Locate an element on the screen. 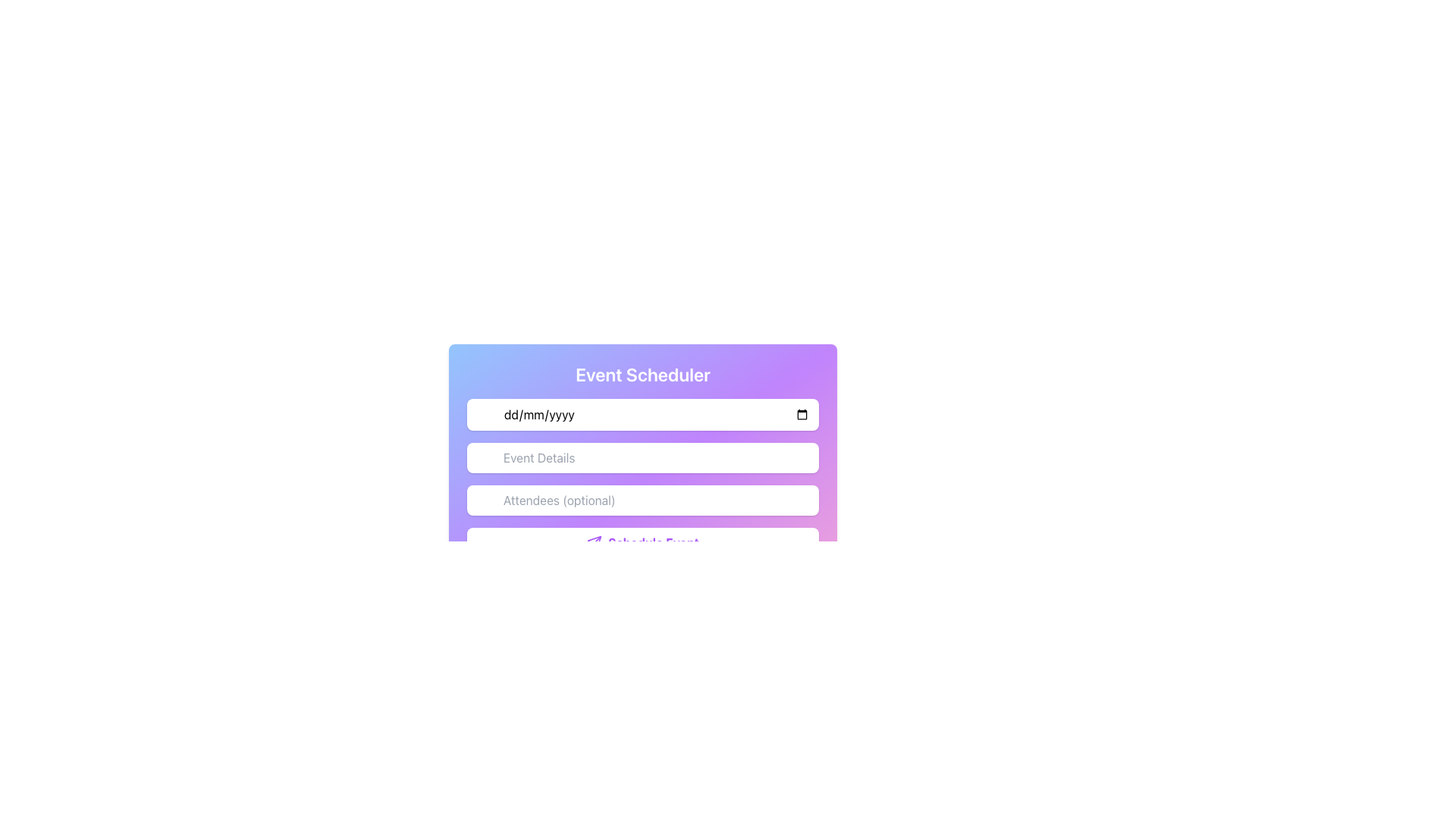 This screenshot has width=1456, height=819. the text input field labeled 'Event Details' by tabbing into it is located at coordinates (643, 457).